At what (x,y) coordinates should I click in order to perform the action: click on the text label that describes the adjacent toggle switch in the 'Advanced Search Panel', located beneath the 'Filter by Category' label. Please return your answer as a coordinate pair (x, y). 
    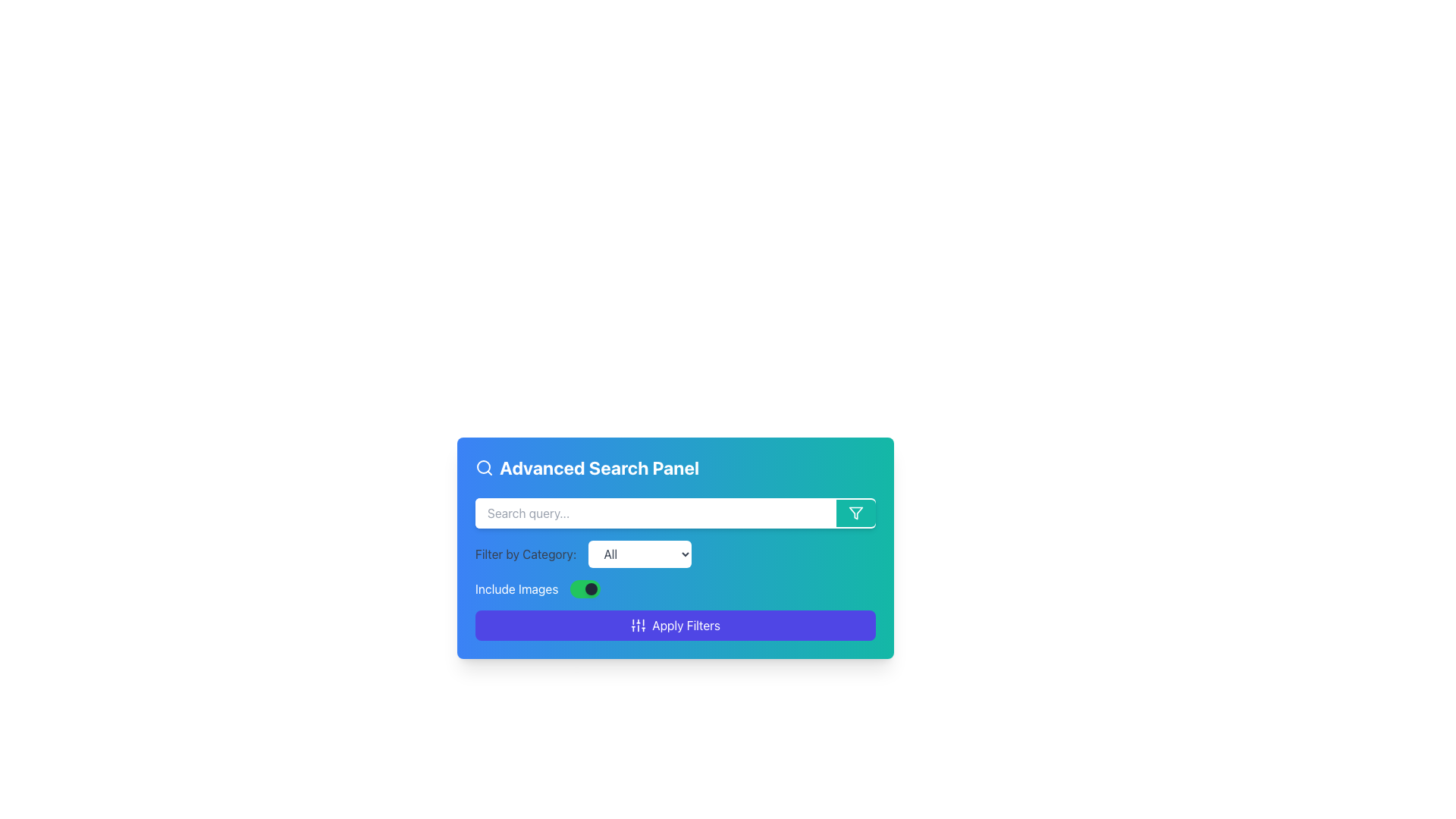
    Looking at the image, I should click on (516, 588).